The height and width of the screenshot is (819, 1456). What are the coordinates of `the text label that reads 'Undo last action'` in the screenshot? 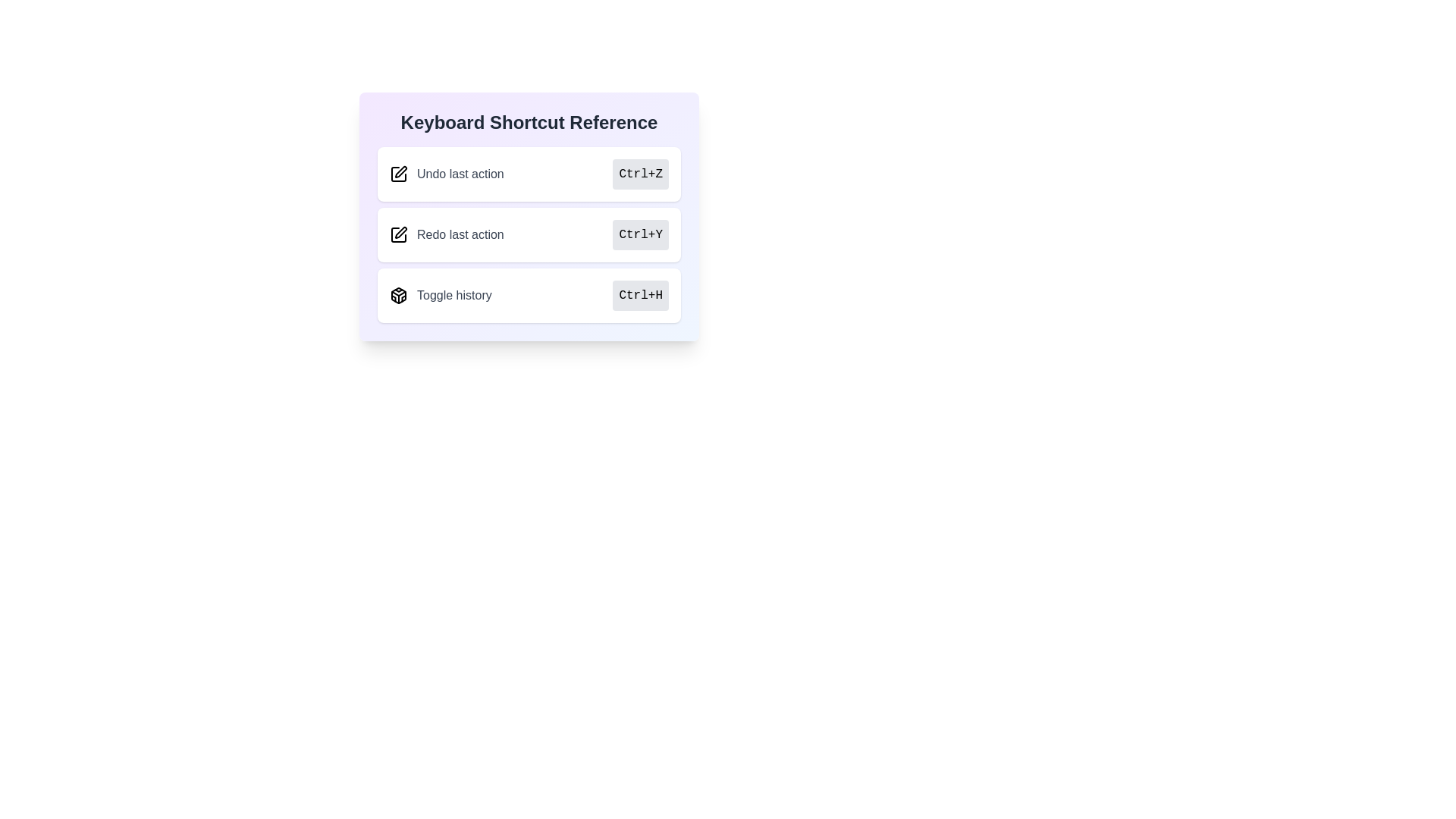 It's located at (460, 174).